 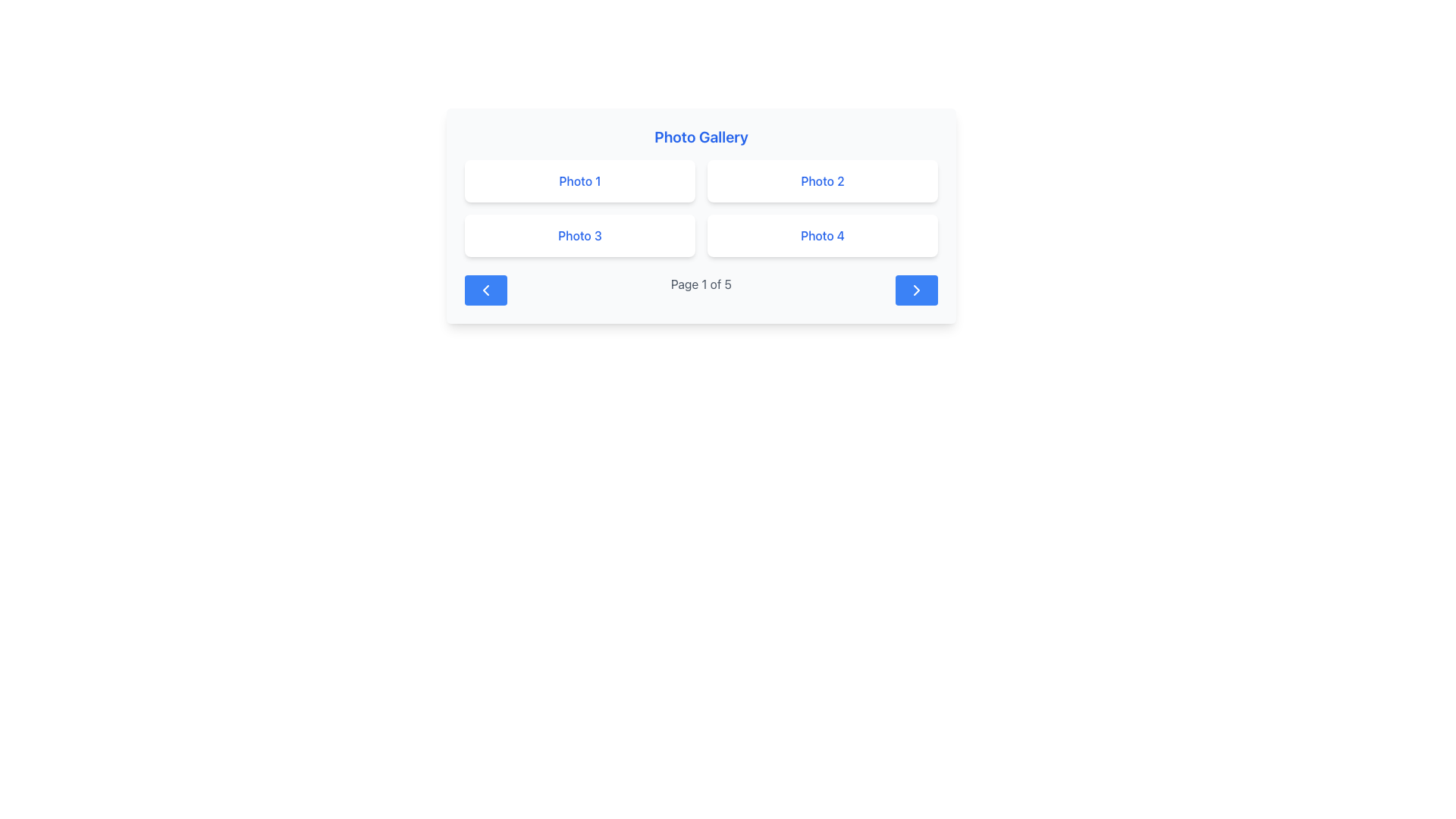 What do you see at coordinates (579, 180) in the screenshot?
I see `the text label 'Photo 1' located at the top-left cell of a 2x2 grid layout in the central area of the photo gallery` at bounding box center [579, 180].